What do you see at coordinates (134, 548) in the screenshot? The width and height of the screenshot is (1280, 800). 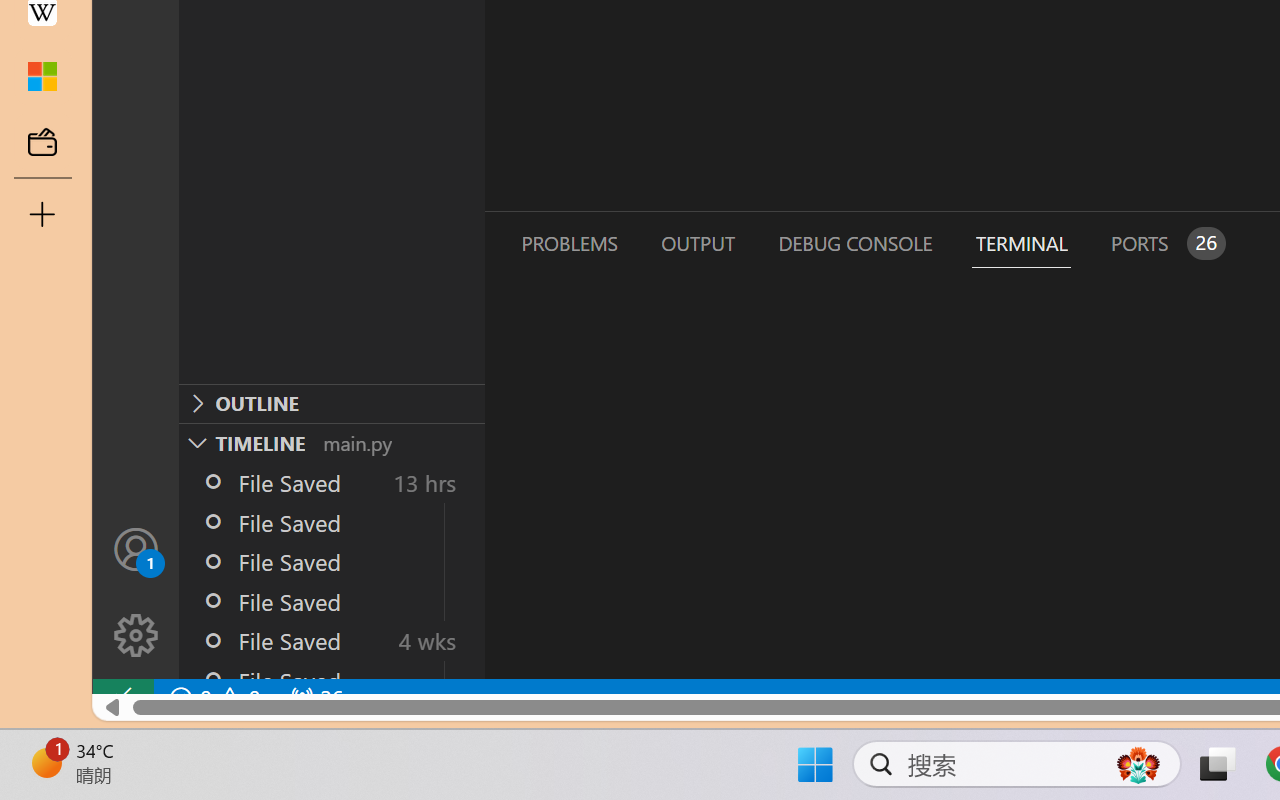 I see `'Accounts - Sign in requested'` at bounding box center [134, 548].